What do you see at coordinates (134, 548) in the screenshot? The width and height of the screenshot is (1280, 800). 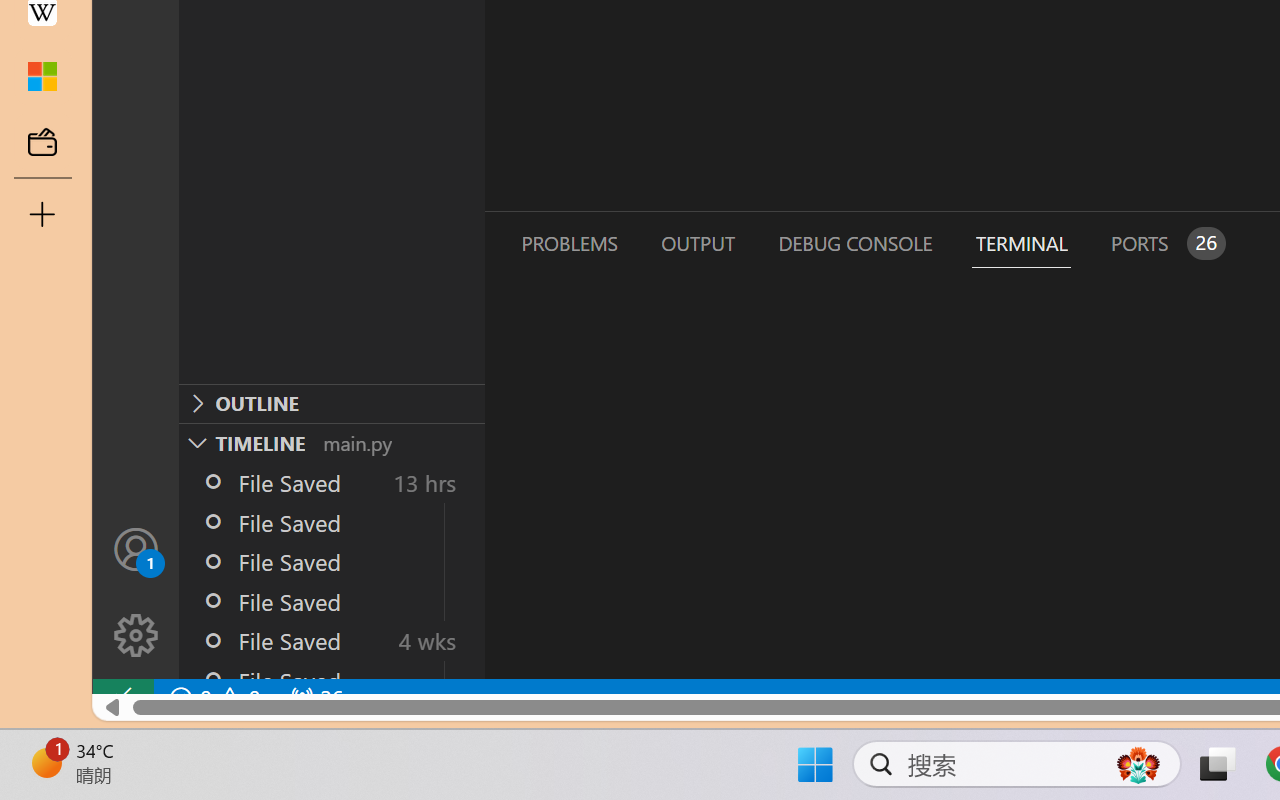 I see `'Accounts - Sign in requested'` at bounding box center [134, 548].